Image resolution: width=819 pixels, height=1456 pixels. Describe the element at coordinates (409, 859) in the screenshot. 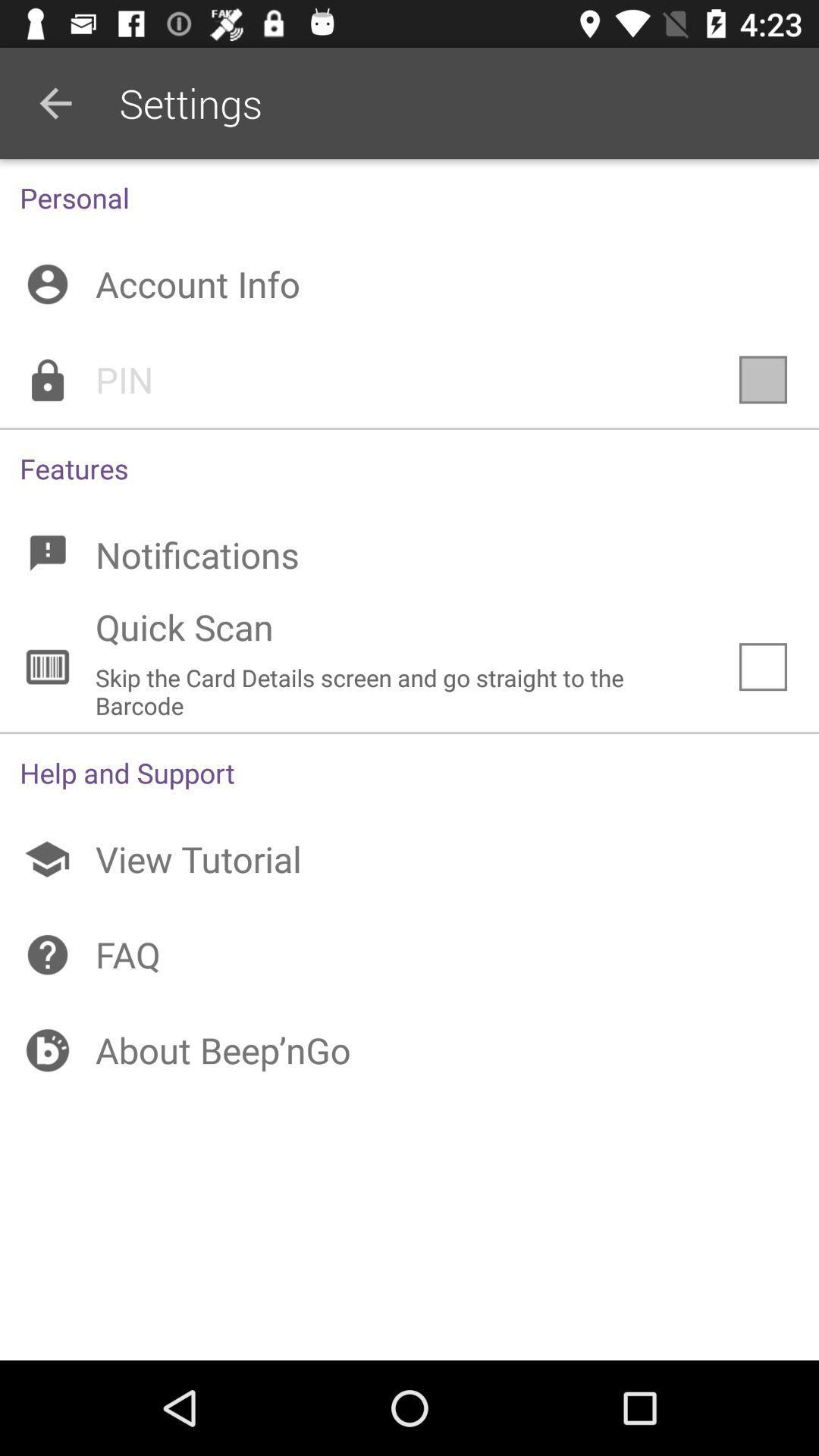

I see `the icon above the faq icon` at that location.